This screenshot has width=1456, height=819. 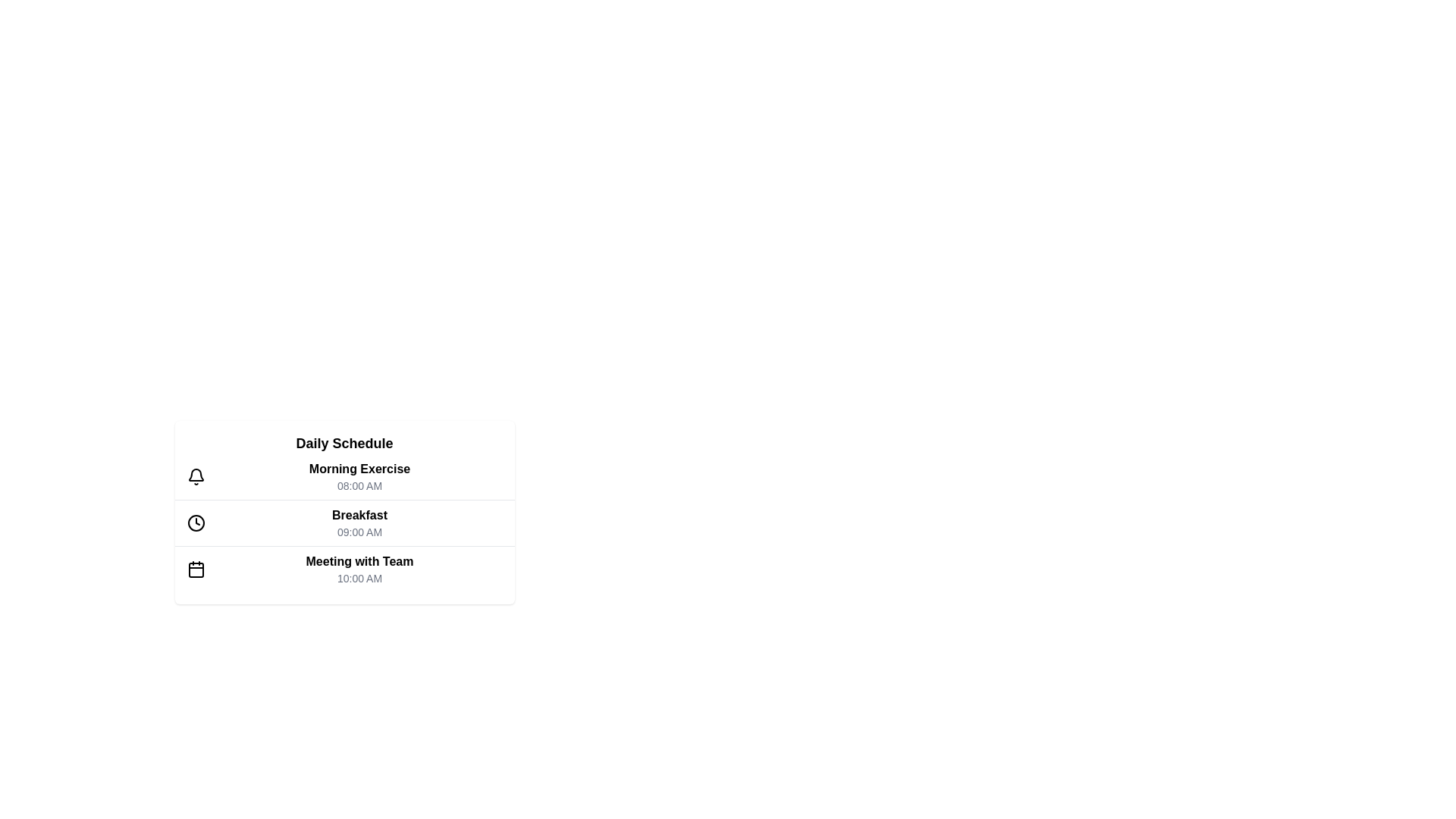 What do you see at coordinates (359, 561) in the screenshot?
I see `static text label titled 'Meeting with Team', which is located below 'Breakfast' and above '10:00 AM' in the third row of events in the 'Daily Schedule' card` at bounding box center [359, 561].